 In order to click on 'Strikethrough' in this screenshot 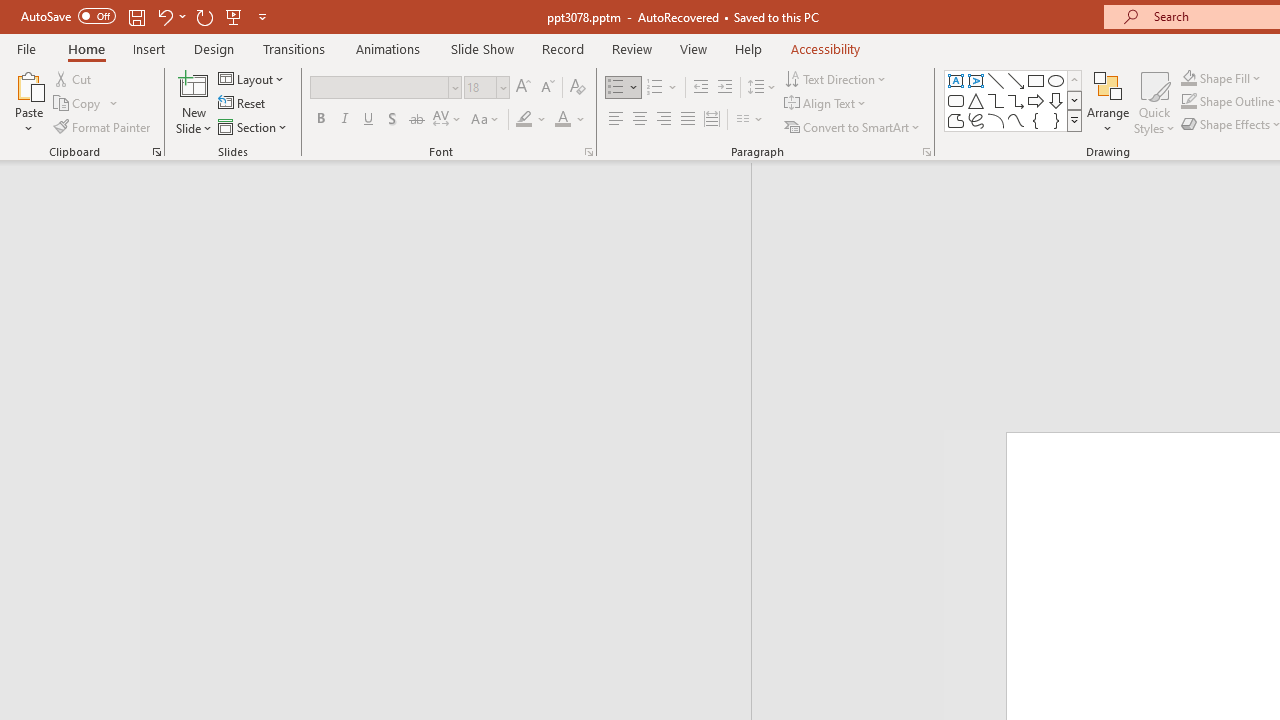, I will do `click(415, 119)`.